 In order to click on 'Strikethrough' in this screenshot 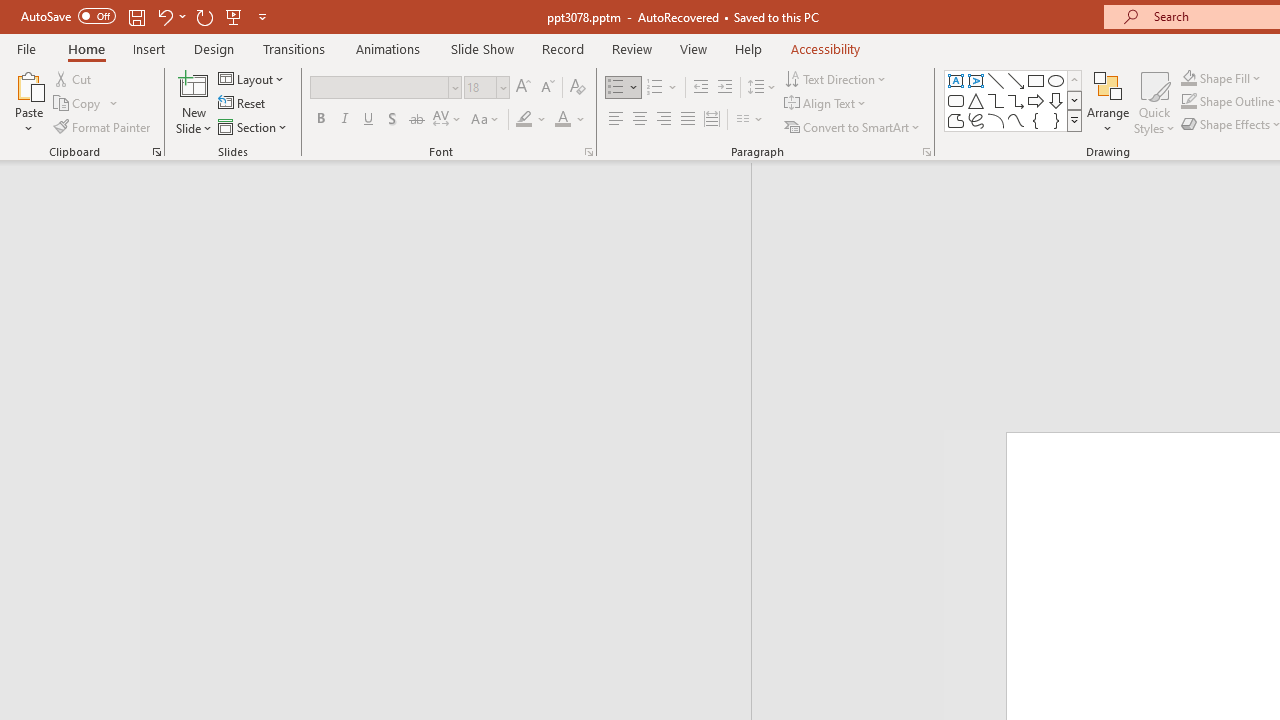, I will do `click(415, 119)`.